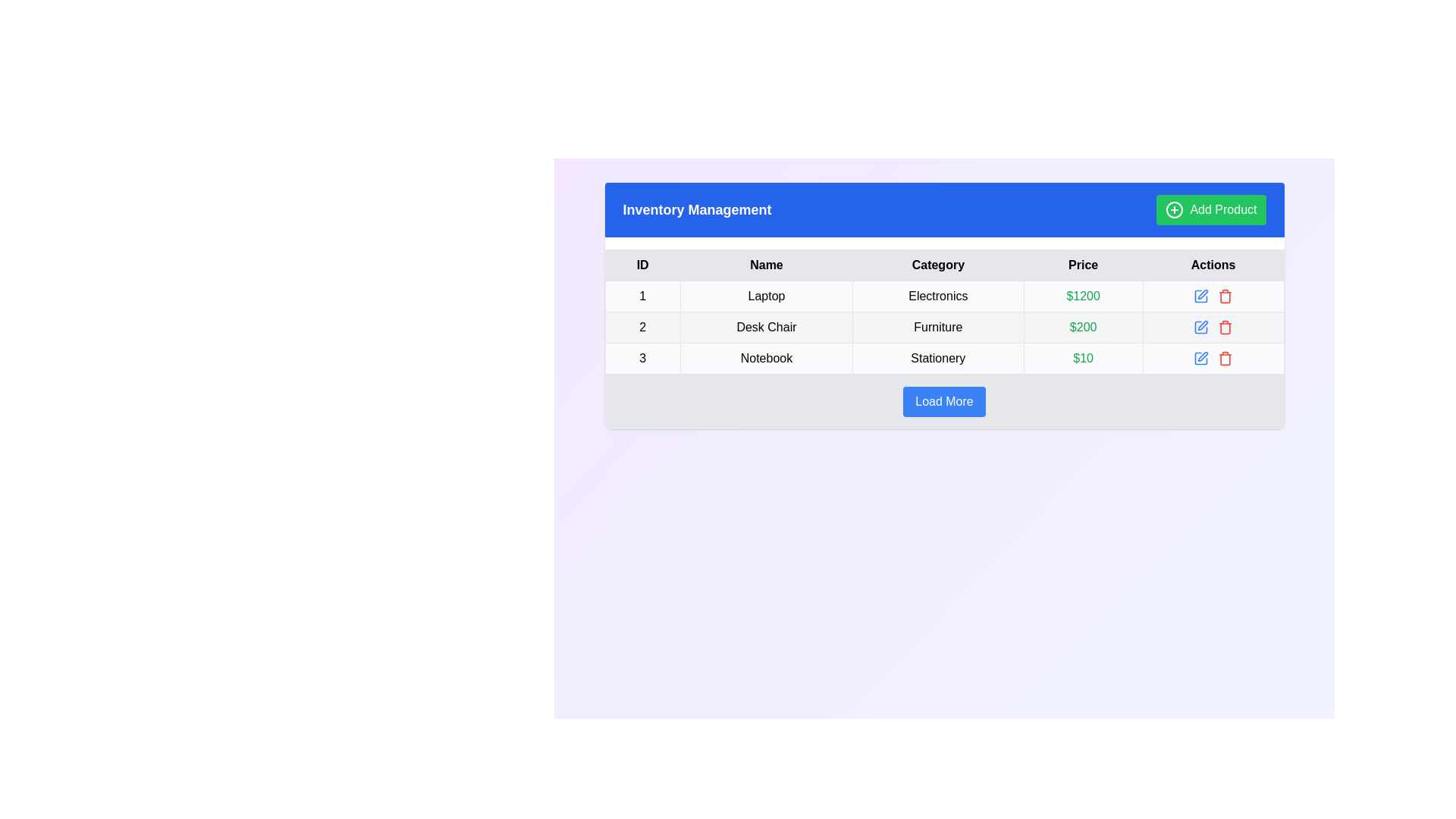 The image size is (1456, 819). I want to click on the static text element displaying the price '$1200' in green color, located in the fourth column of the first row of the inventory management table, so click(1082, 296).